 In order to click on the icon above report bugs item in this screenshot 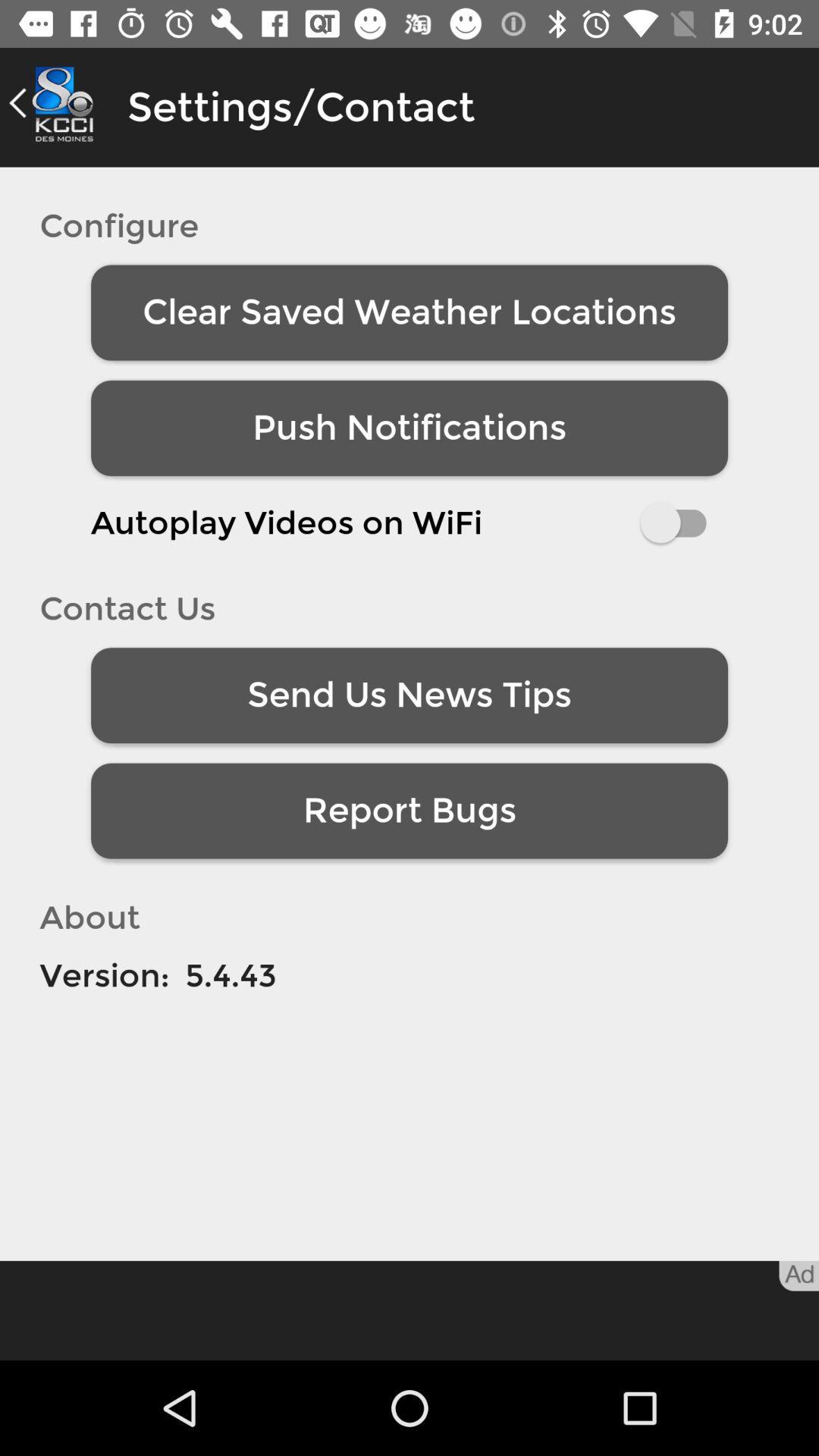, I will do `click(409, 695)`.